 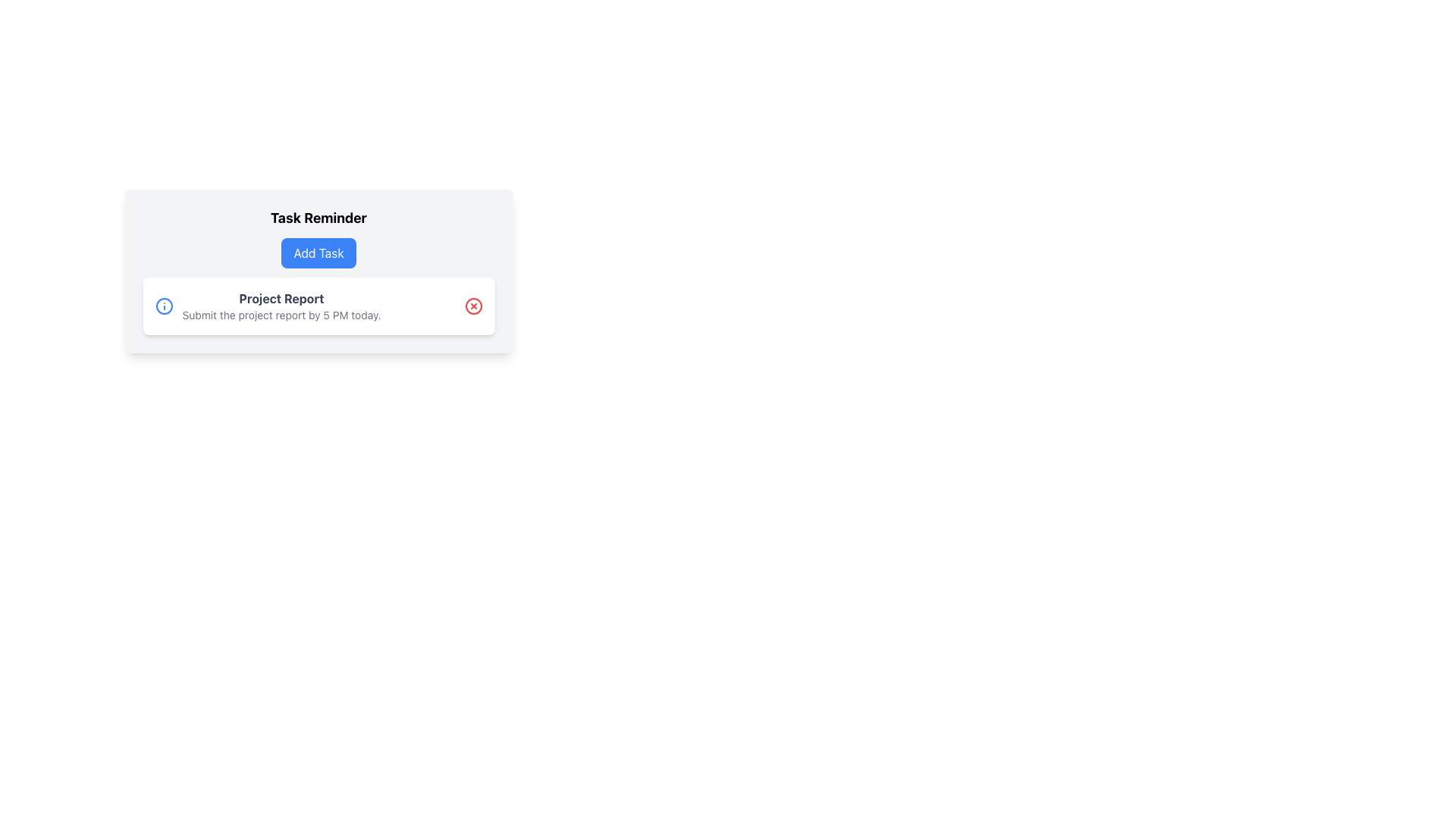 What do you see at coordinates (281, 306) in the screenshot?
I see `task description information displayed in the central text block of the task card layout, positioned between the blue info icon and the red delete icon` at bounding box center [281, 306].